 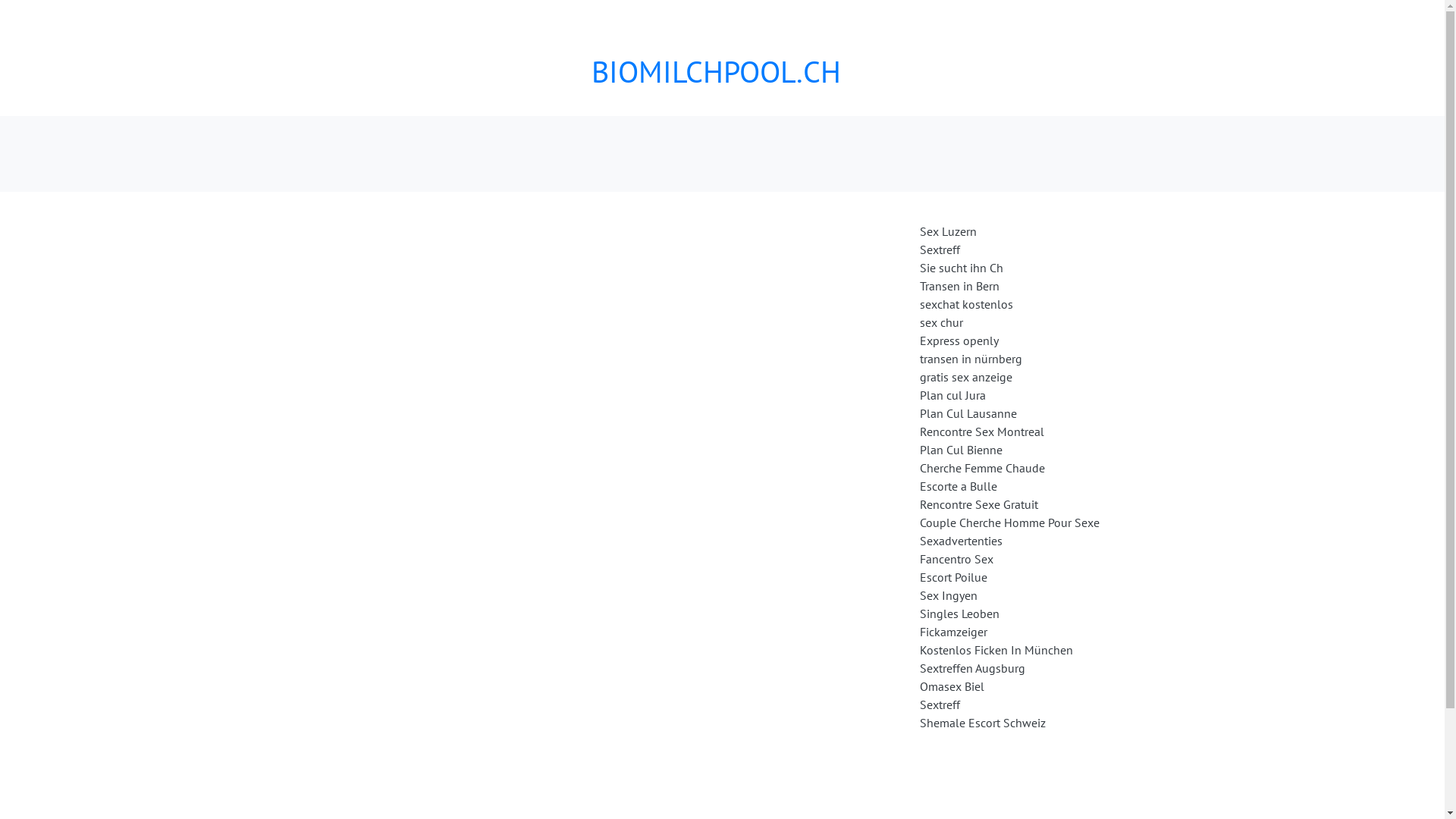 I want to click on 'Sextreffen Augsburg', so click(x=918, y=667).